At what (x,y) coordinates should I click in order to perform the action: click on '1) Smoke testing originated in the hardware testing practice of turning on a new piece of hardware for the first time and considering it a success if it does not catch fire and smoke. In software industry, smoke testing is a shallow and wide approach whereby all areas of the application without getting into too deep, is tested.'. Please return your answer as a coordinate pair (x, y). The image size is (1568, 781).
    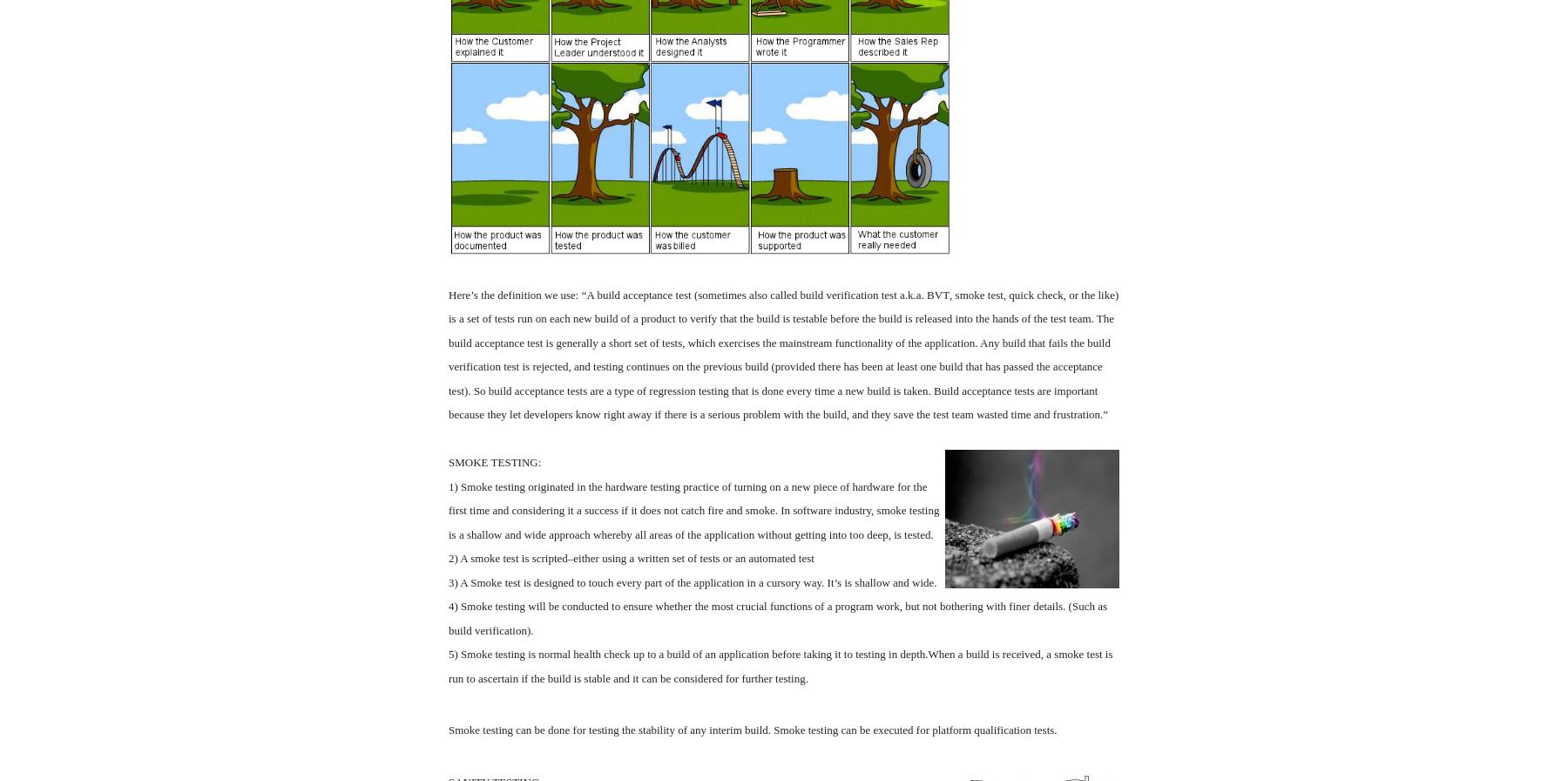
    Looking at the image, I should click on (693, 509).